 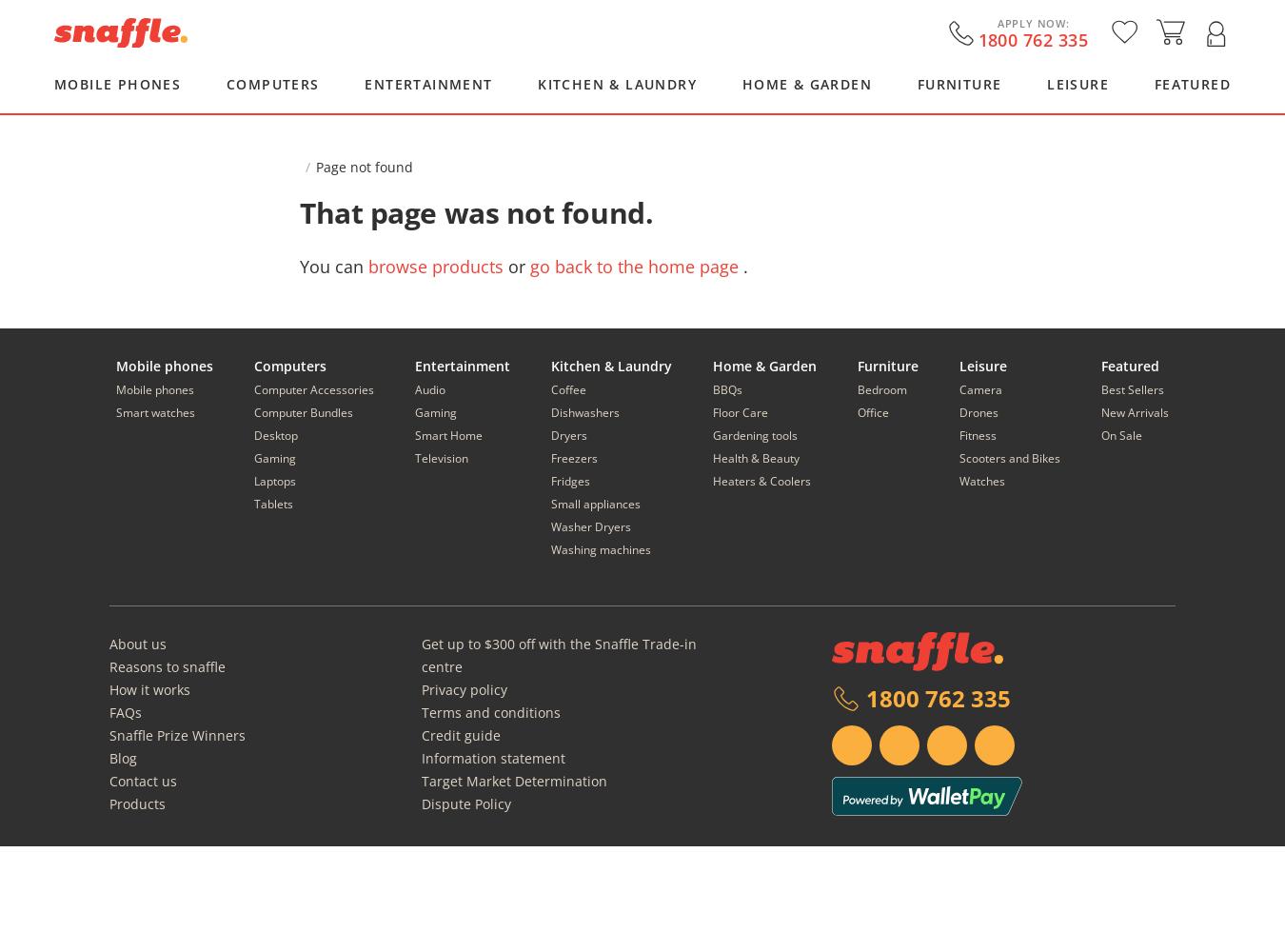 What do you see at coordinates (886, 366) in the screenshot?
I see `'Furniture'` at bounding box center [886, 366].